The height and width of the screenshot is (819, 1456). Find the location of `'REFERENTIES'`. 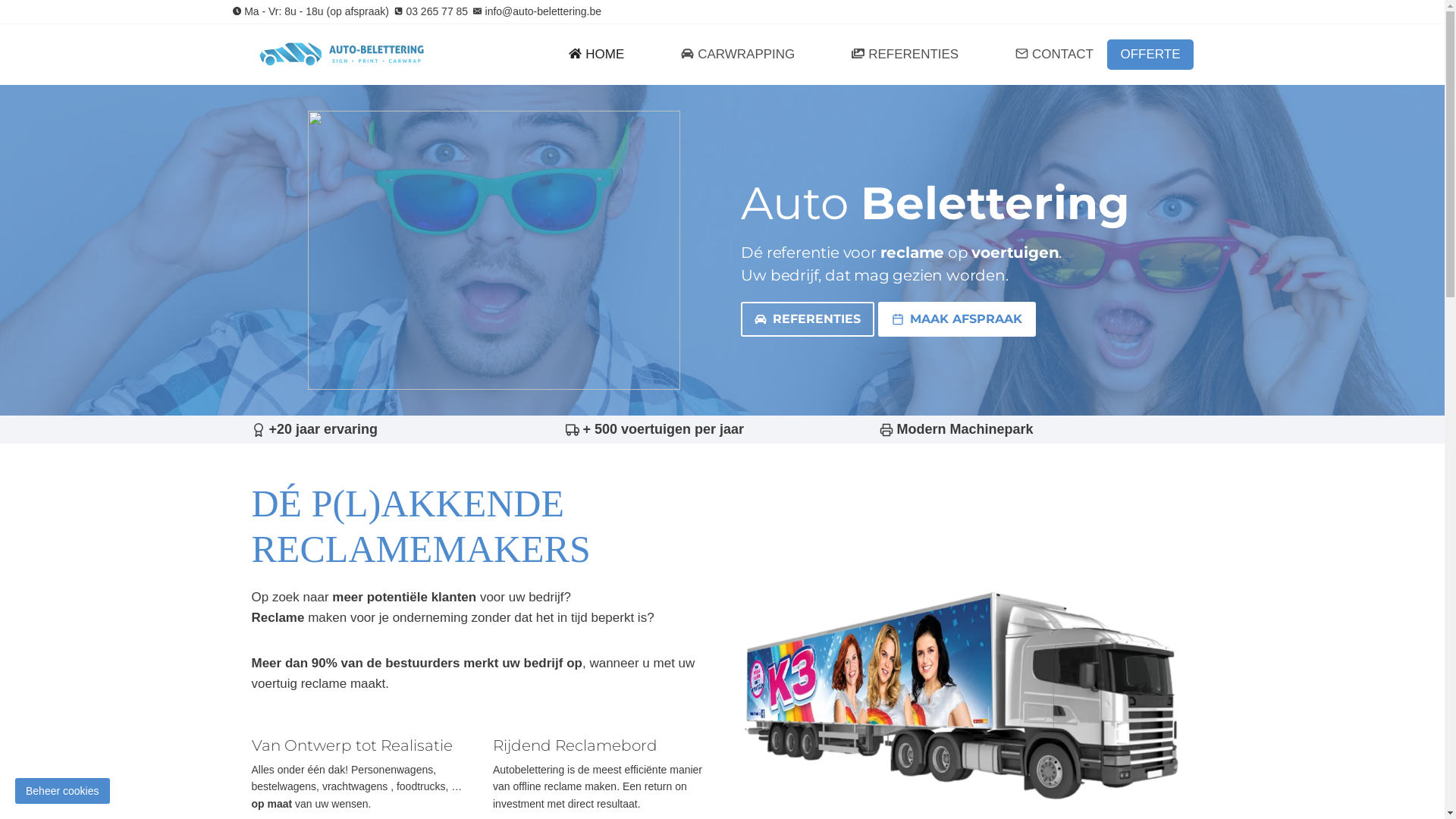

'REFERENTIES' is located at coordinates (741, 318).